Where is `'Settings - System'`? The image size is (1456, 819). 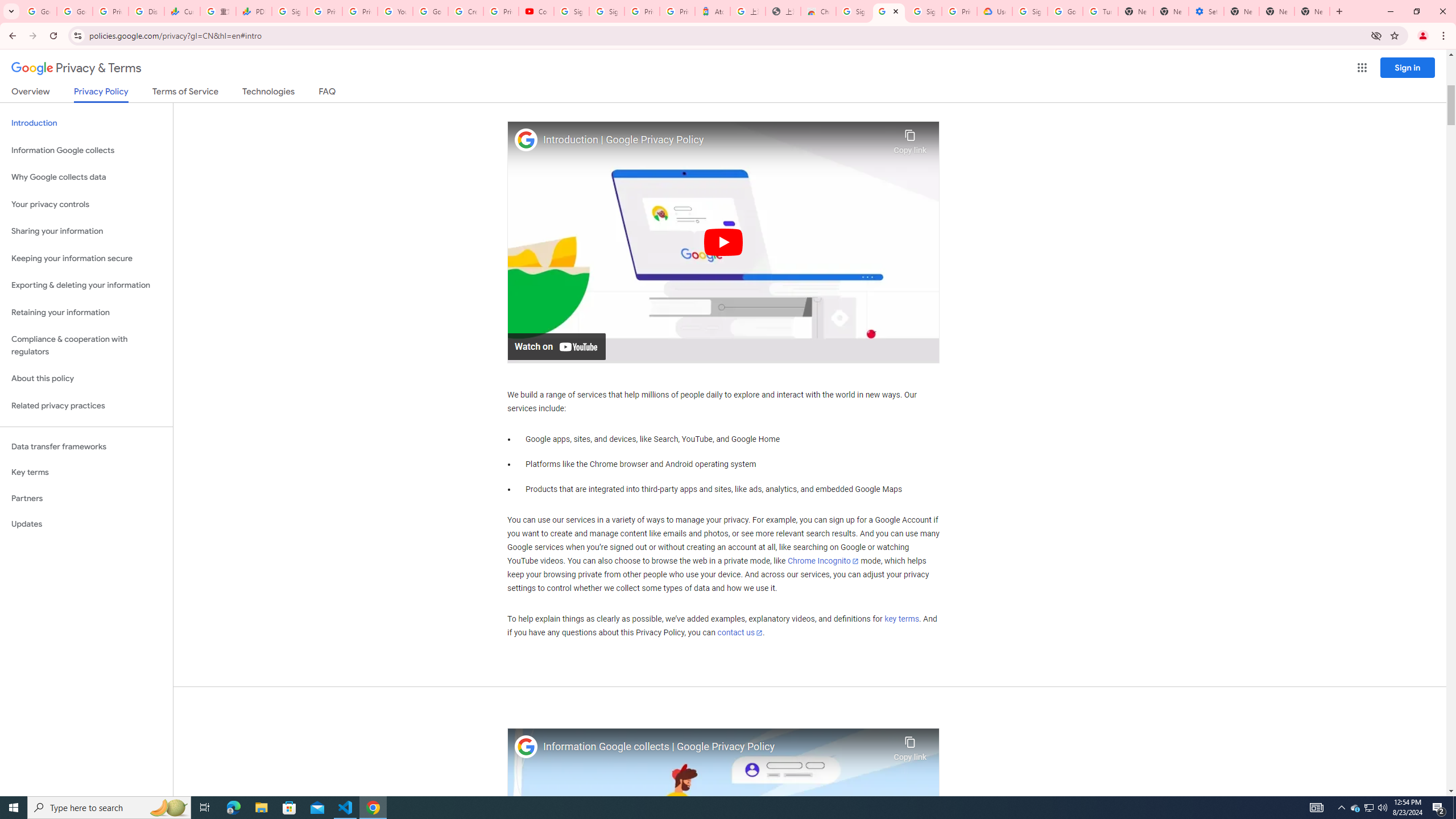
'Settings - System' is located at coordinates (1205, 11).